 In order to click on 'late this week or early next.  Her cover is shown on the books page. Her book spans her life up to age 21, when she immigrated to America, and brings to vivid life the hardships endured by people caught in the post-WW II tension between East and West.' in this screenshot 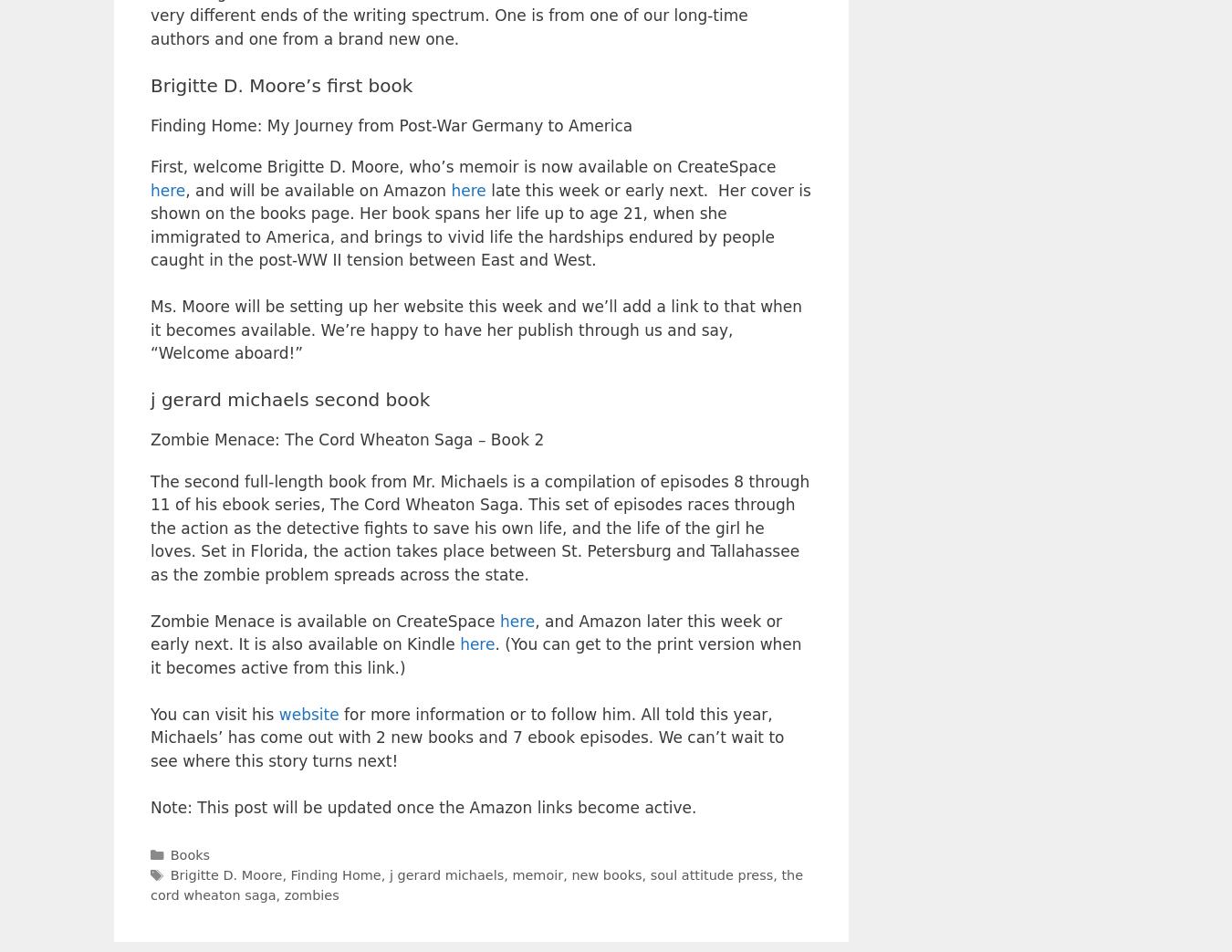, I will do `click(150, 225)`.